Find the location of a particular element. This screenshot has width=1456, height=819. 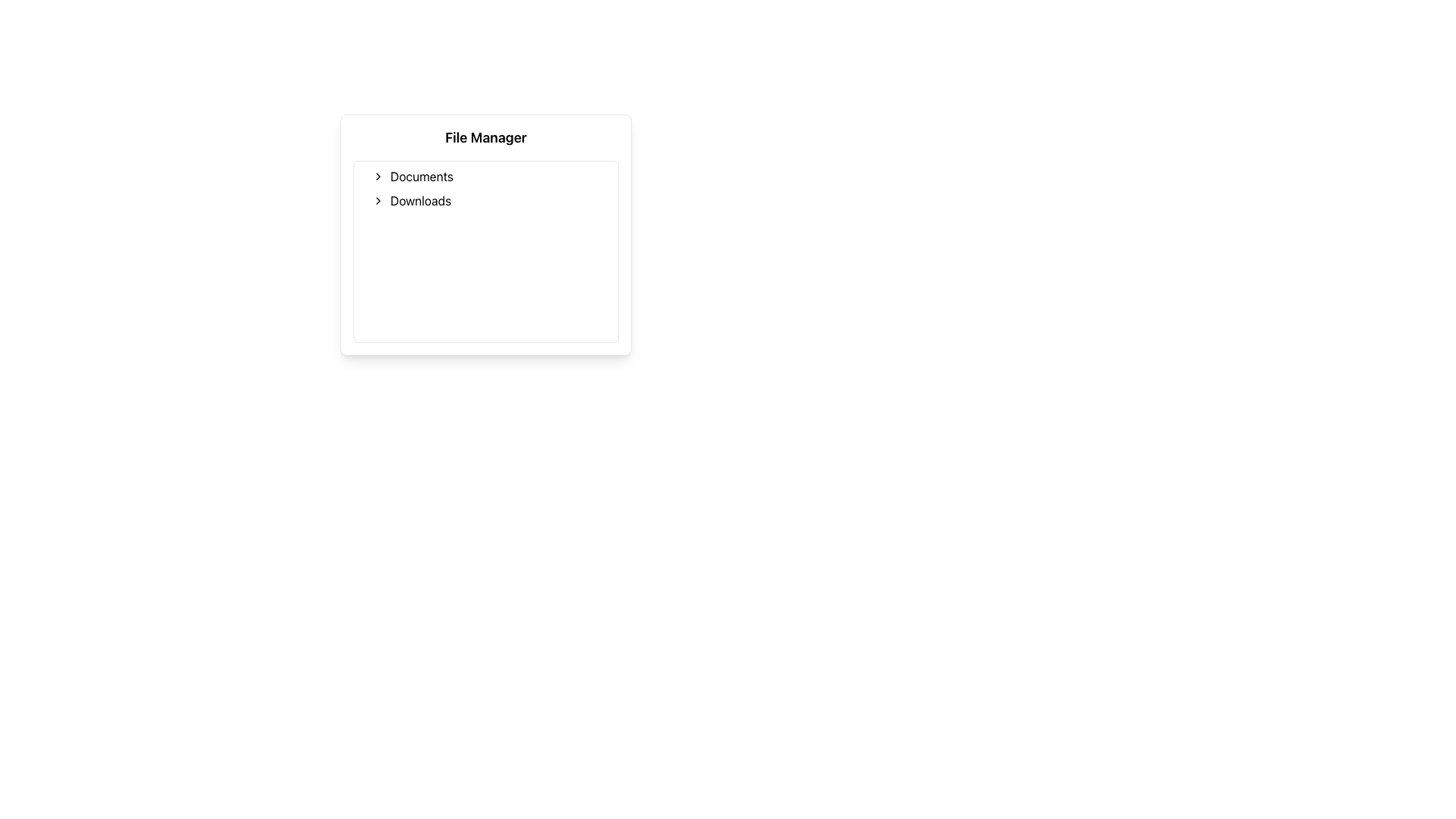

the 'Documents' text label is located at coordinates (422, 175).